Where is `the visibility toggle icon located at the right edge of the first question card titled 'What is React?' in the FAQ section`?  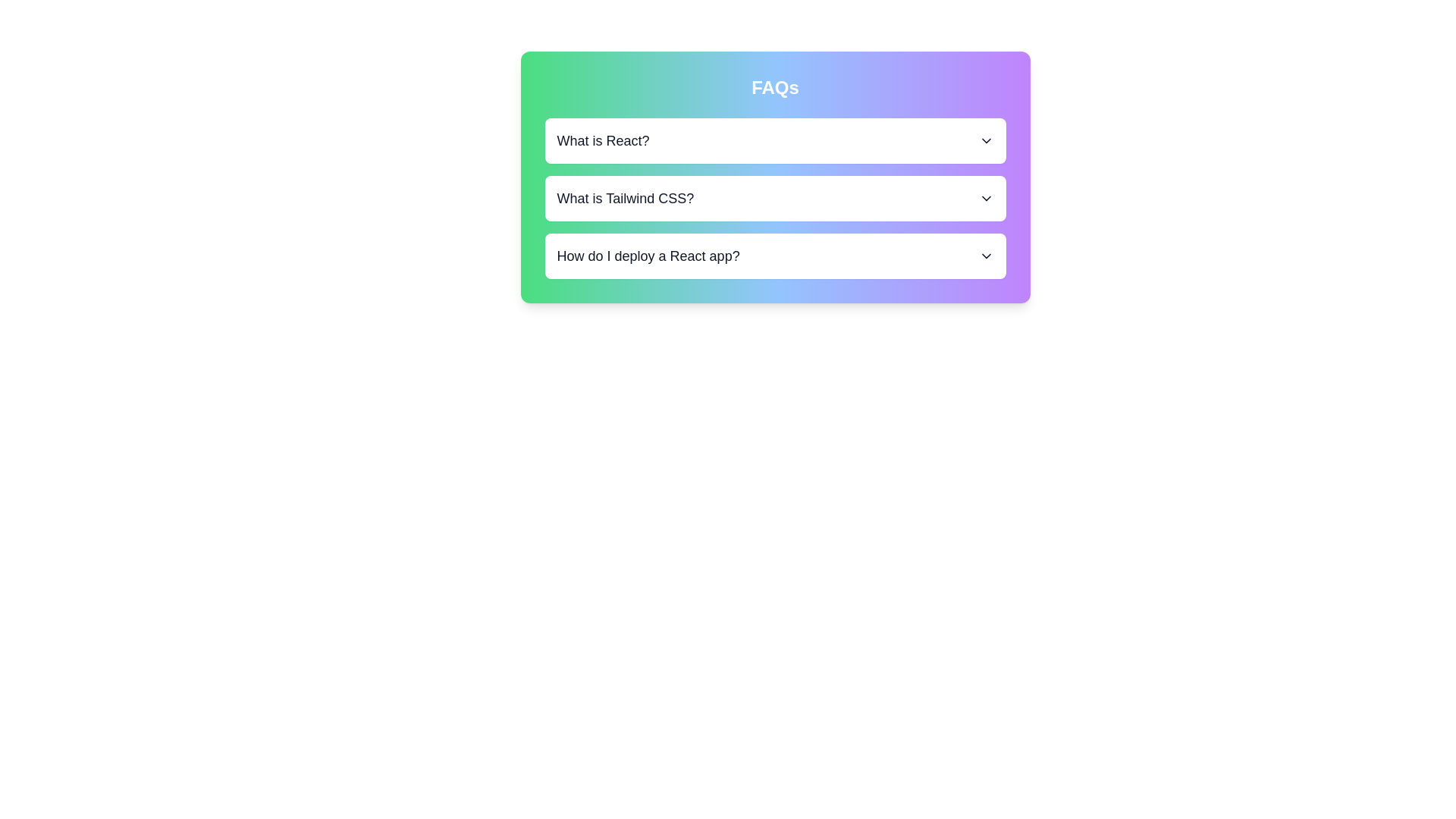
the visibility toggle icon located at the right edge of the first question card titled 'What is React?' in the FAQ section is located at coordinates (986, 140).